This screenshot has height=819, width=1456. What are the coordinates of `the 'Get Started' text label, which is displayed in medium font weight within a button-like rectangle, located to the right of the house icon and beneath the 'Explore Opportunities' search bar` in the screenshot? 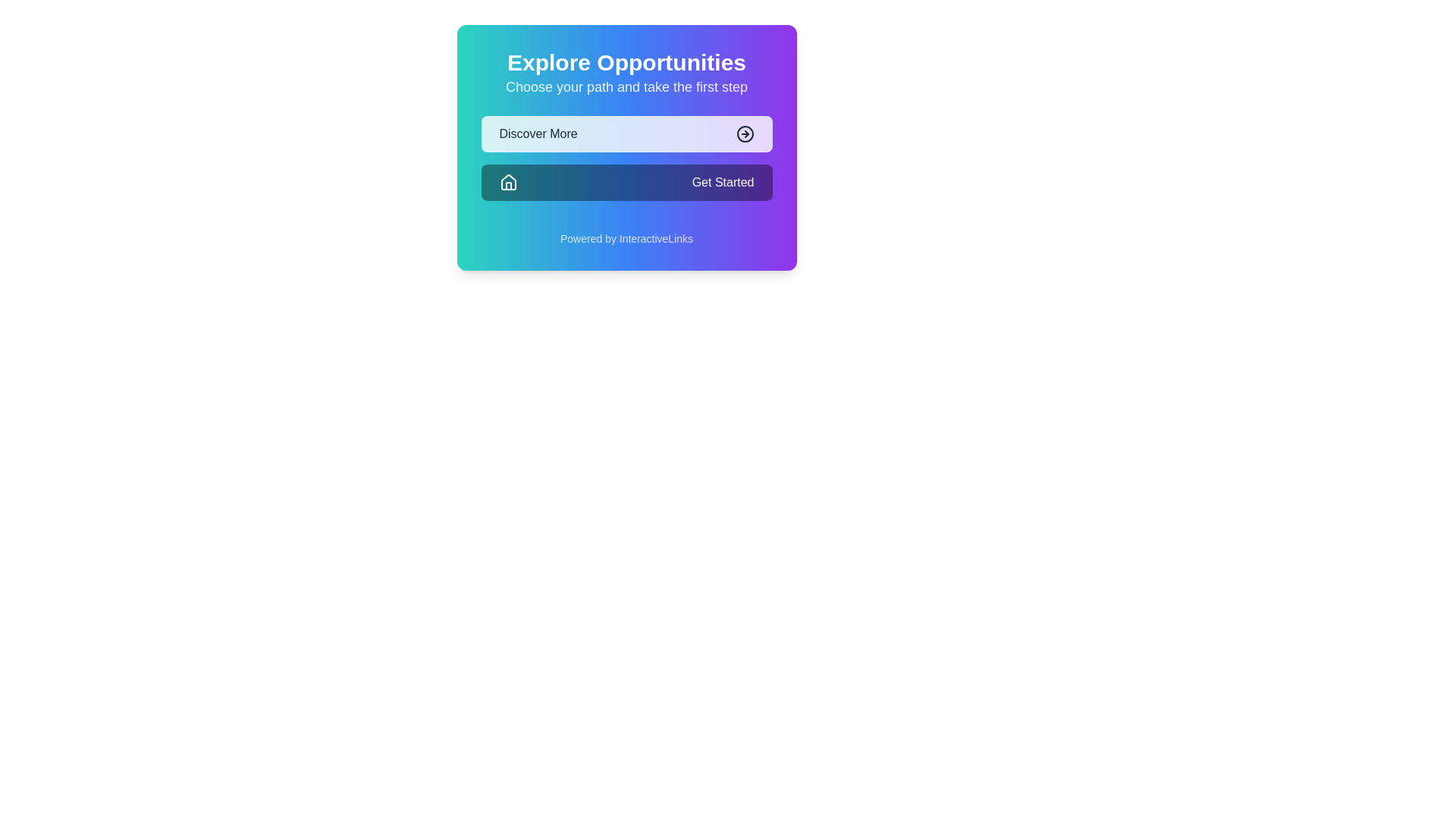 It's located at (722, 181).